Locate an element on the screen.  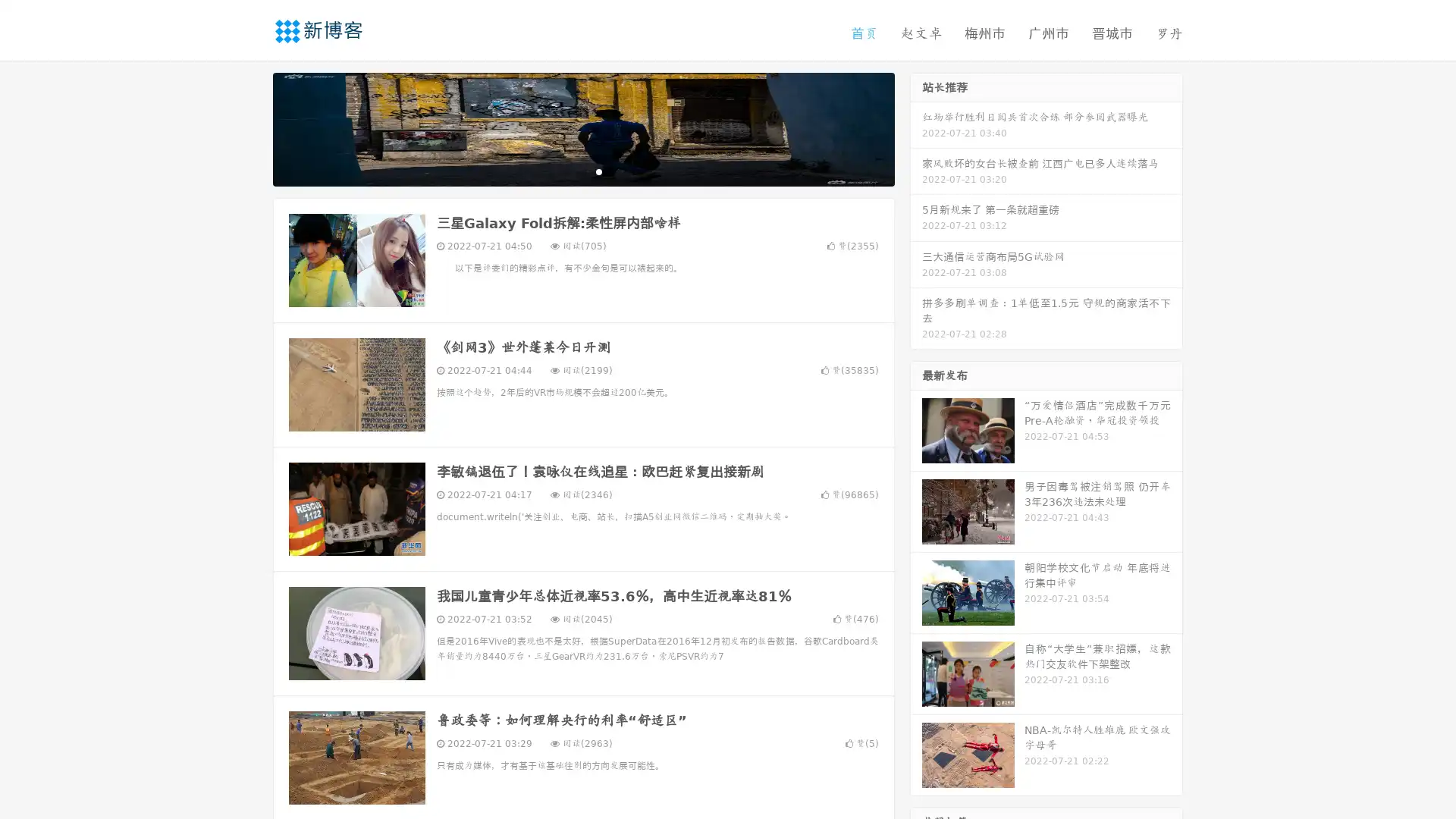
Go to slide 1 is located at coordinates (567, 171).